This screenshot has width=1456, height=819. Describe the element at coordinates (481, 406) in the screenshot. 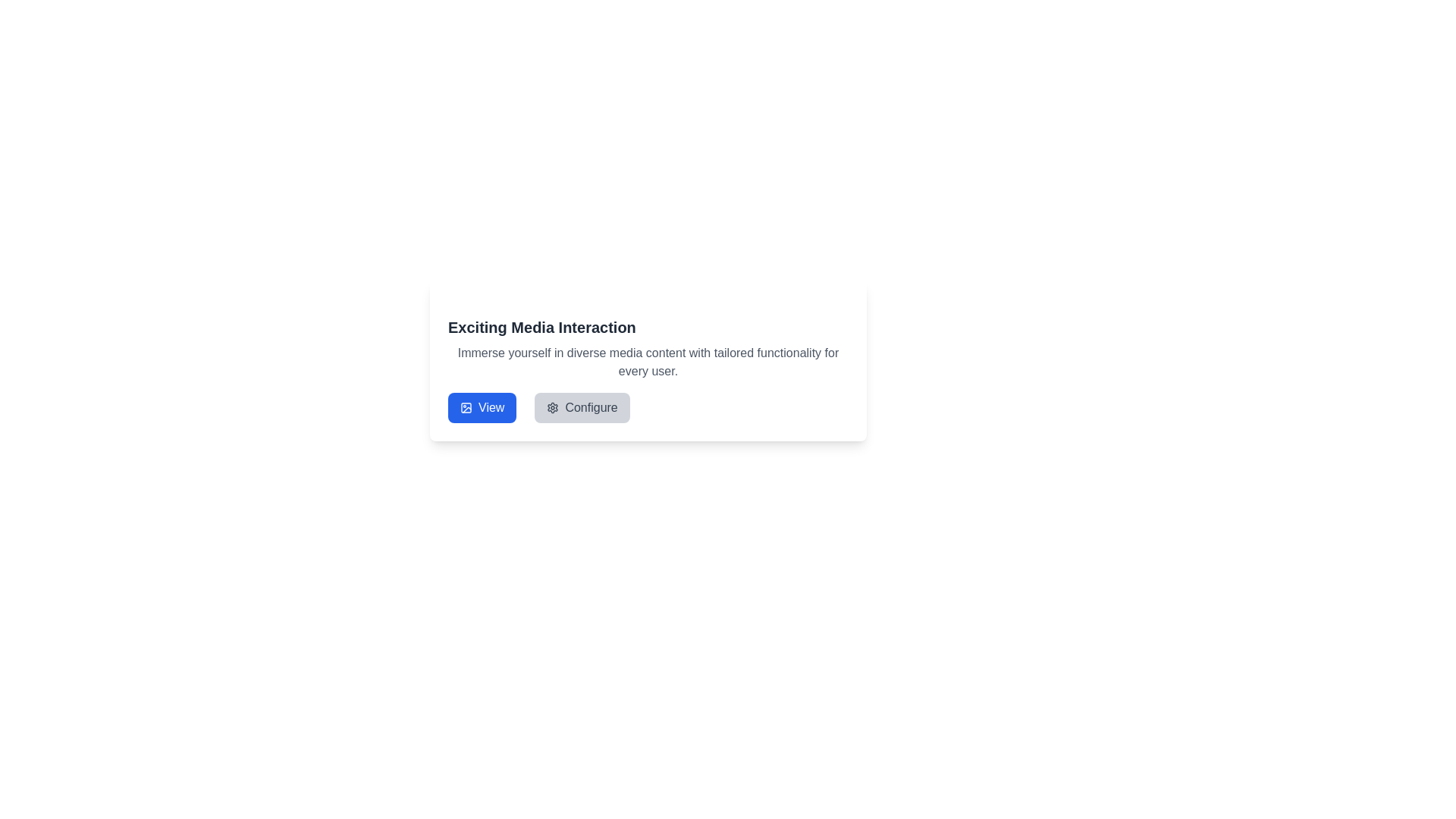

I see `the left button in the horizontal group below the heading 'Exciting Media Interaction'` at that location.